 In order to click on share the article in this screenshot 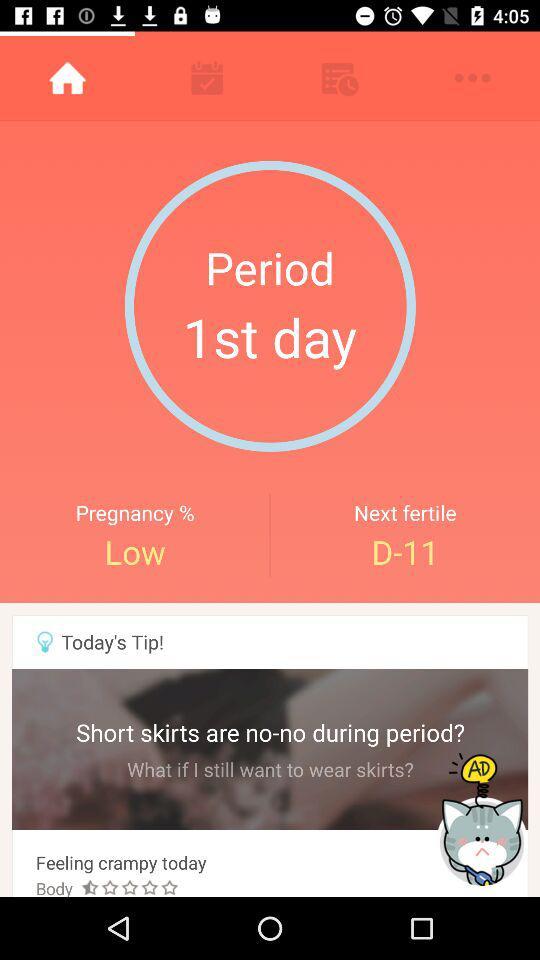, I will do `click(483, 820)`.